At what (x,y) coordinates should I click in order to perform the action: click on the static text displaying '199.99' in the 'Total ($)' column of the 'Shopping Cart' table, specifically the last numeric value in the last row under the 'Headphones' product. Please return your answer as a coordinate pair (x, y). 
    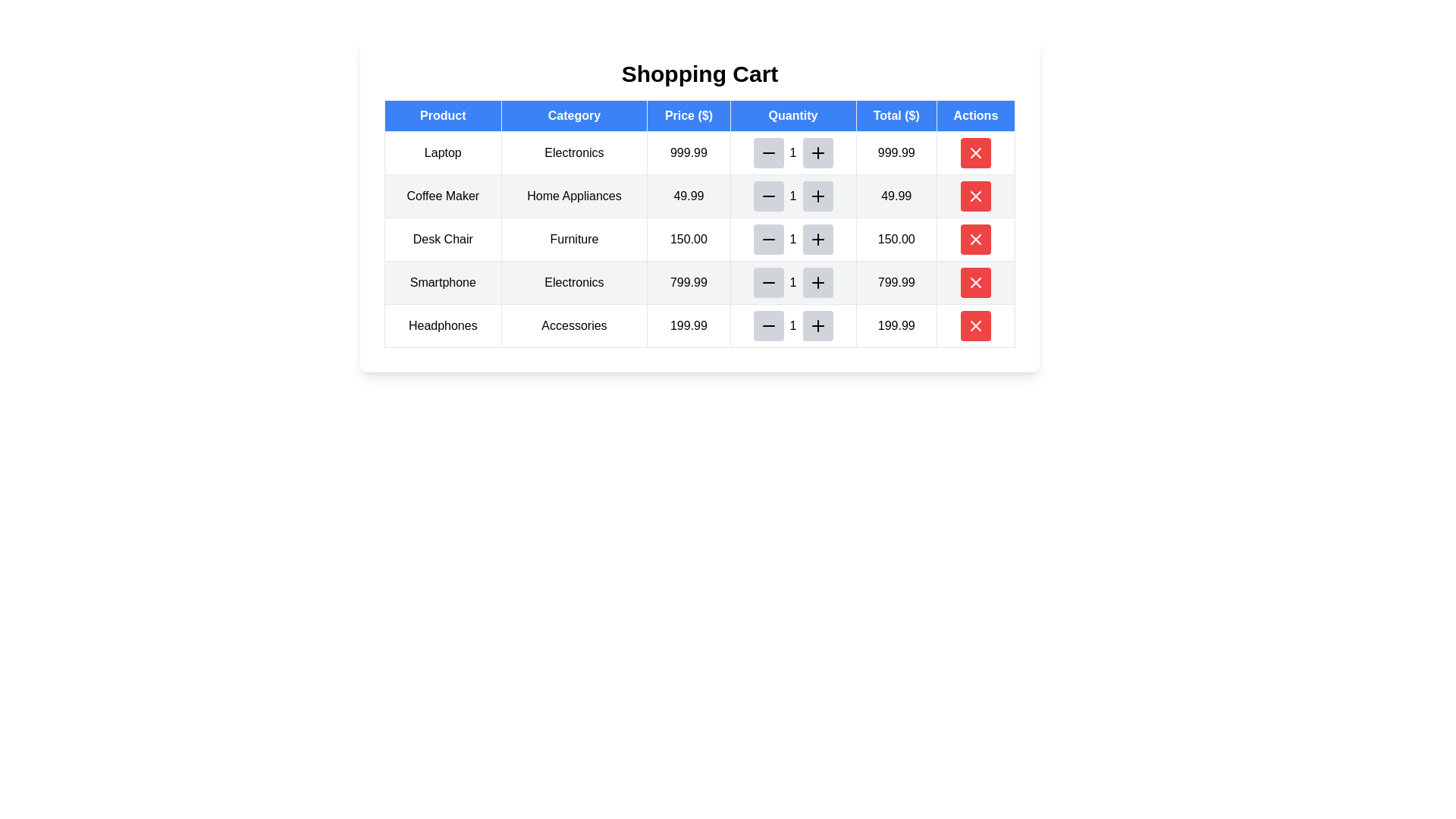
    Looking at the image, I should click on (896, 325).